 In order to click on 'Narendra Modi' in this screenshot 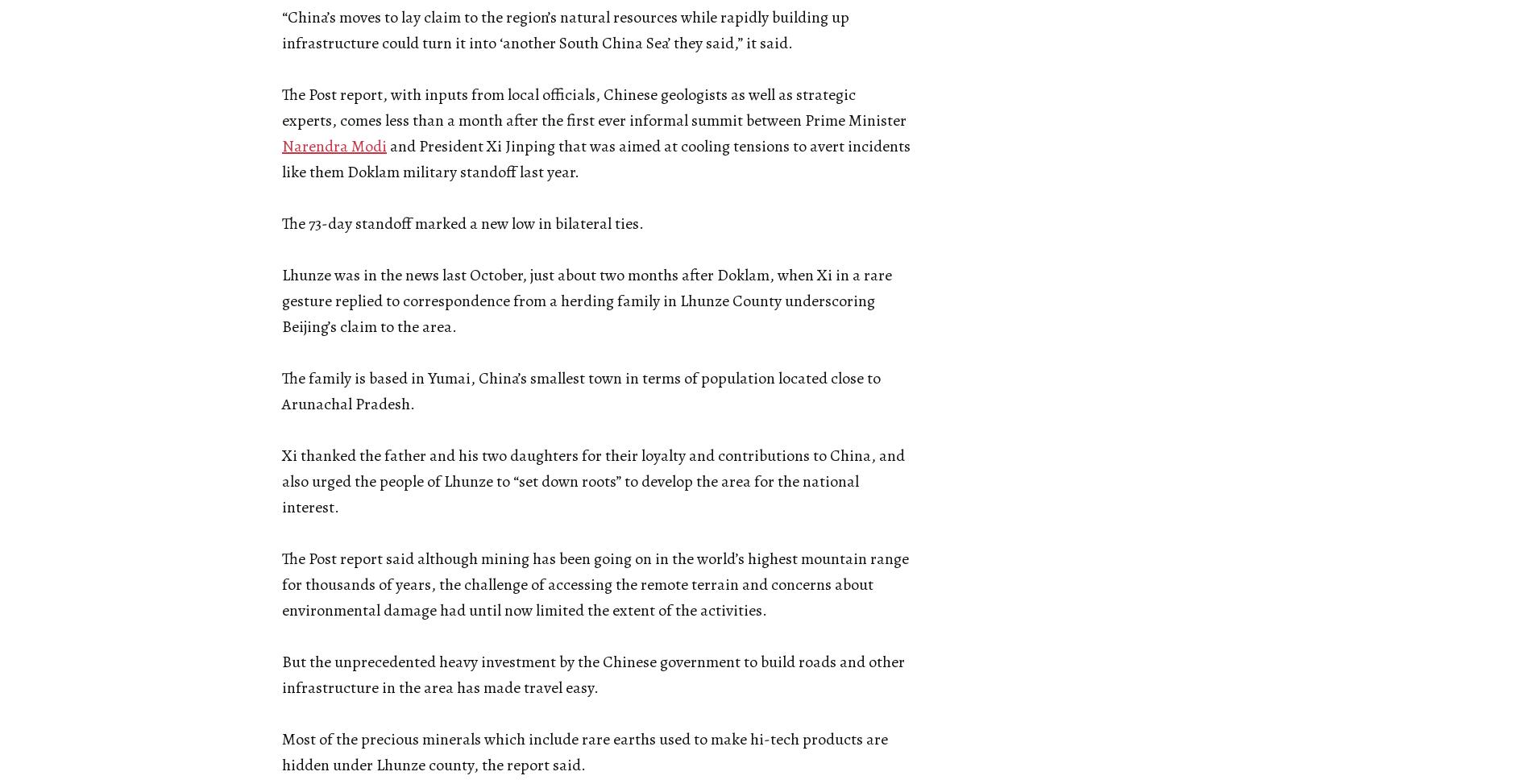, I will do `click(280, 146)`.